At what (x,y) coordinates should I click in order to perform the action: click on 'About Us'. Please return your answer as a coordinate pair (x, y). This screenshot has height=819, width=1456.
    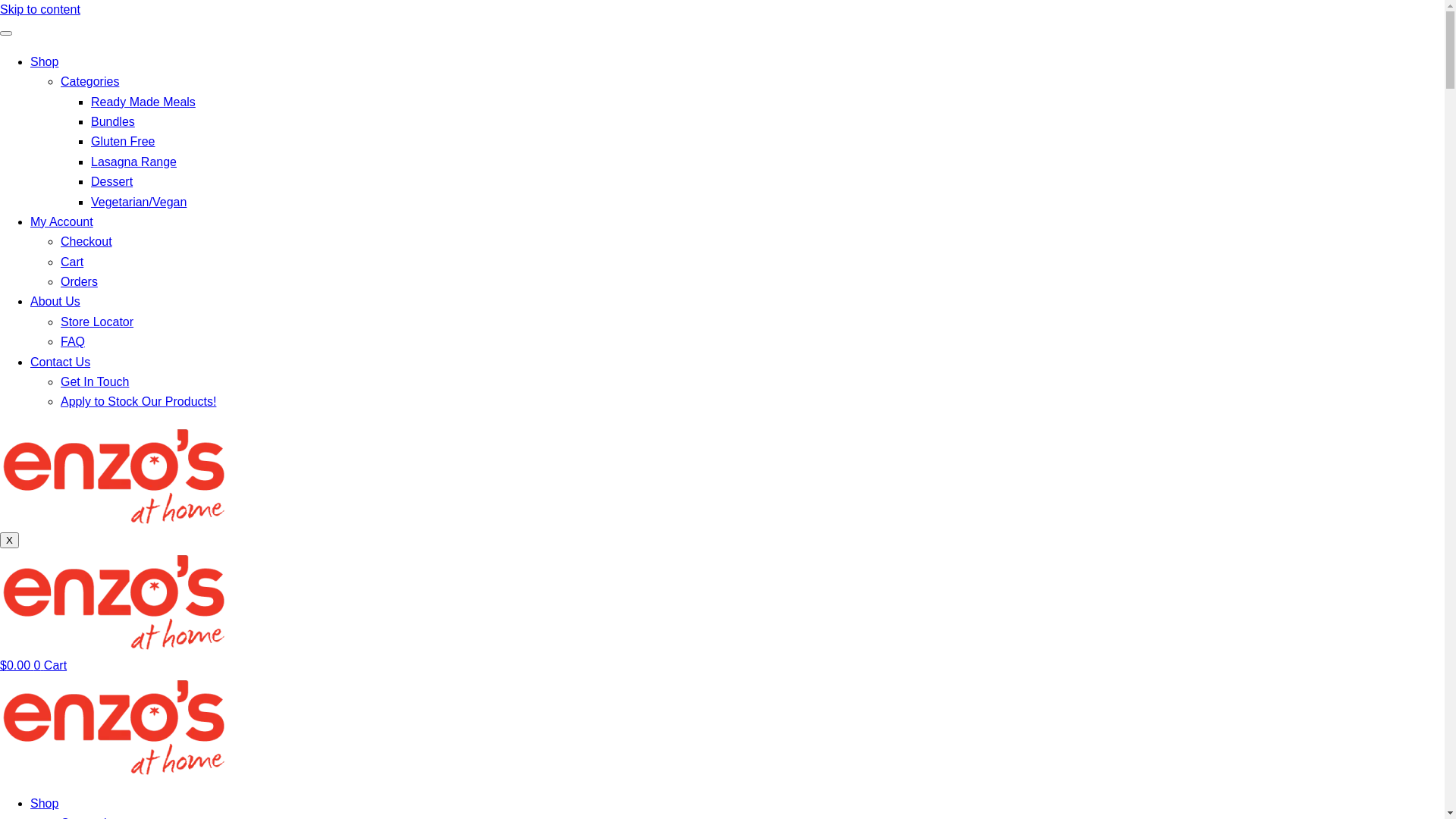
    Looking at the image, I should click on (55, 301).